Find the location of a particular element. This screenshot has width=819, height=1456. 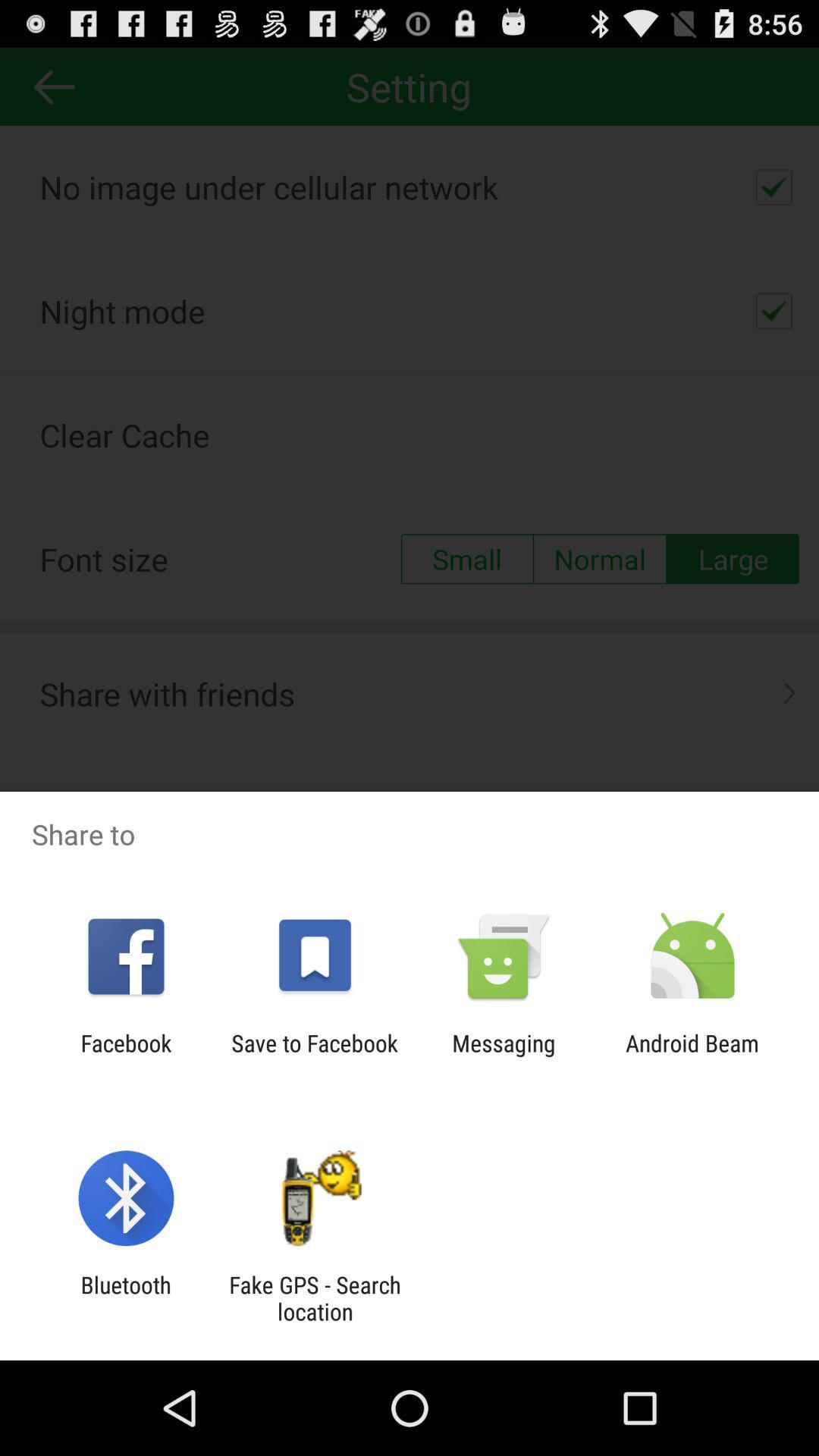

the bluetooth item is located at coordinates (125, 1298).